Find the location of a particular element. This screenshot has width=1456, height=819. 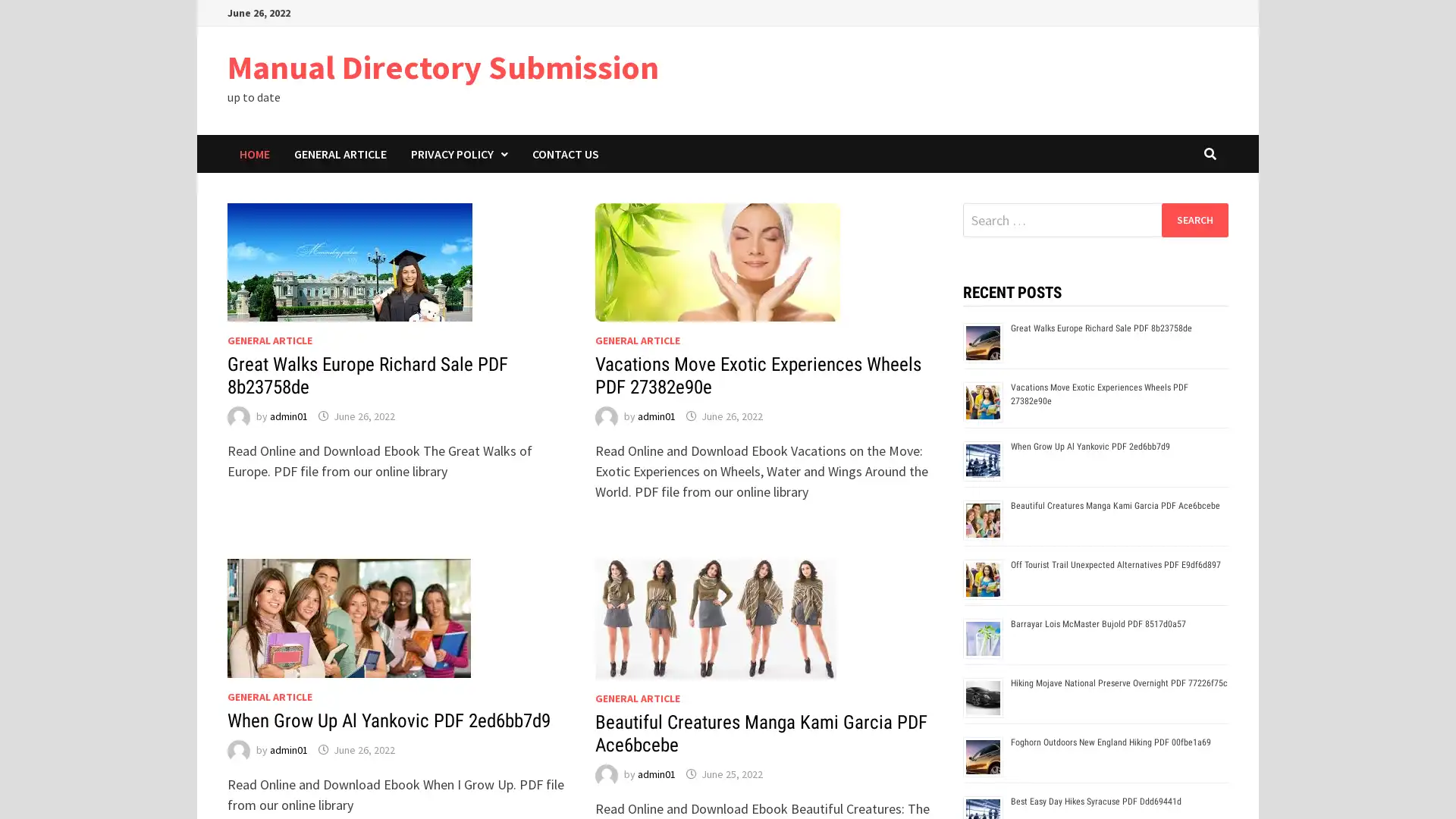

Search is located at coordinates (1194, 219).